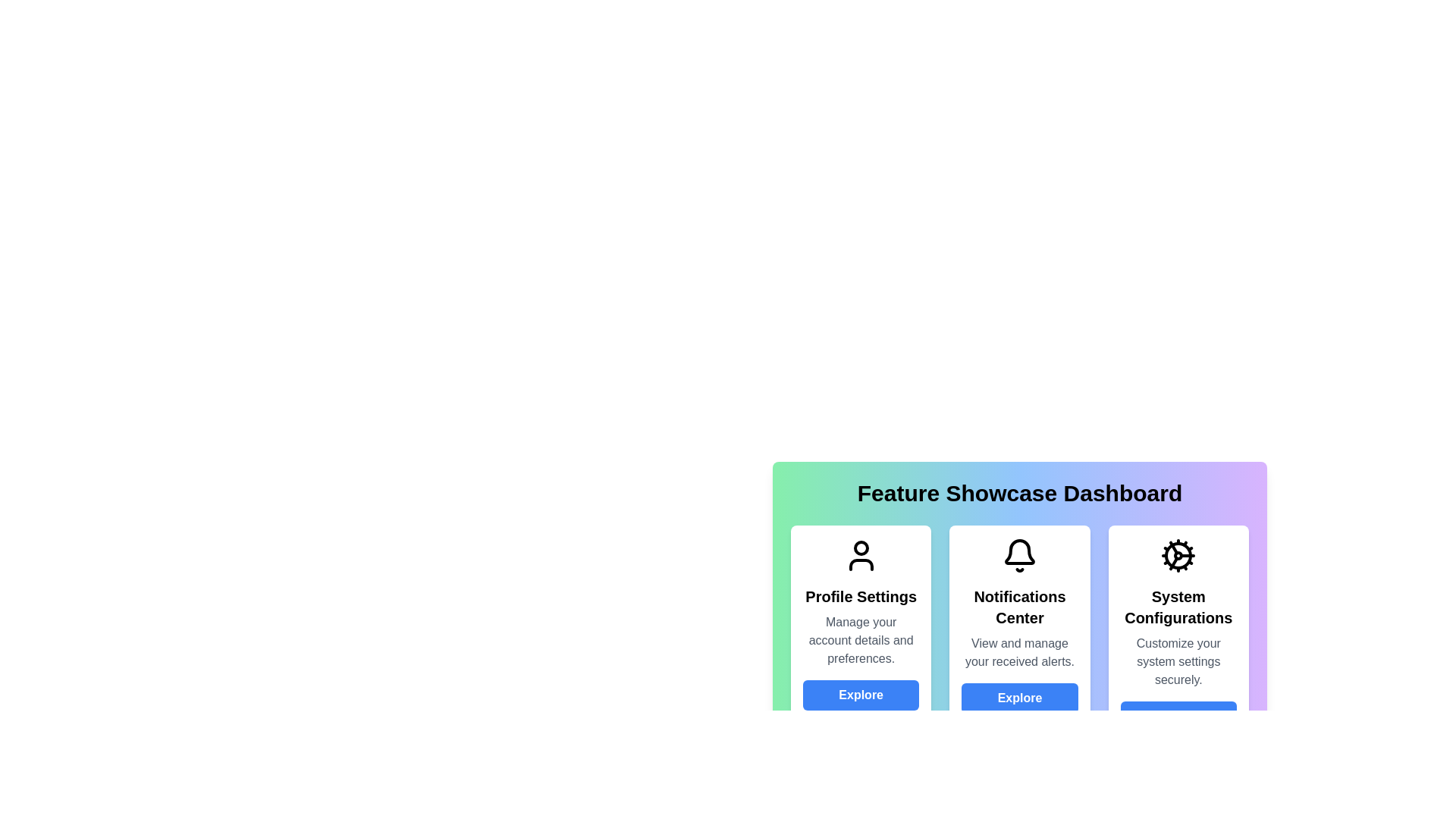 This screenshot has height=819, width=1456. Describe the element at coordinates (1019, 698) in the screenshot. I see `the 'Explore' button with rounded edges, styled in blue with white bold text, located within the 'Notifications Center' card, below the text 'View and manage your received alerts.'` at that location.